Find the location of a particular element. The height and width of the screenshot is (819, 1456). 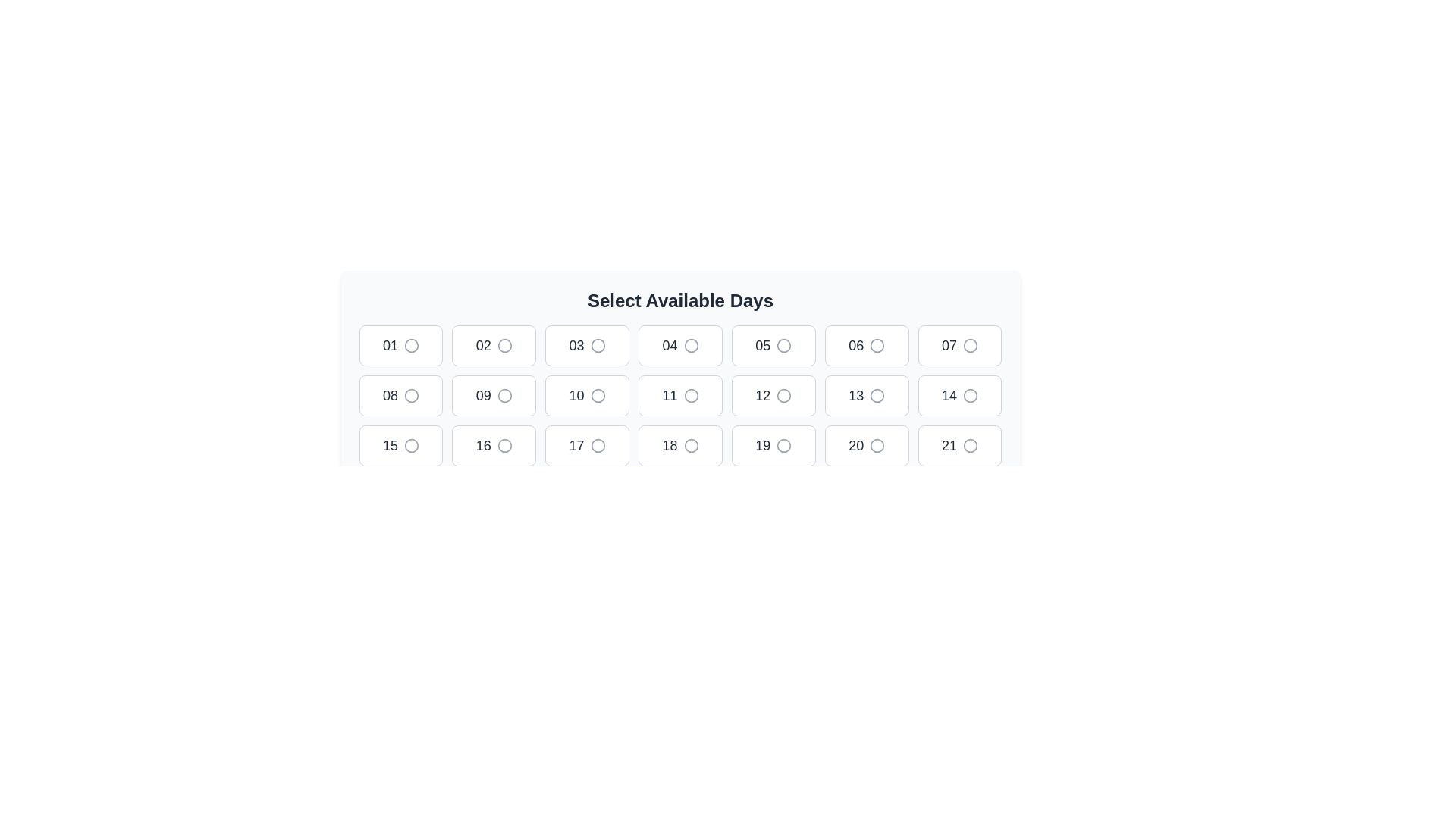

the circular decorative icon located to the right of the text '11' in the calendar grid is located at coordinates (690, 394).